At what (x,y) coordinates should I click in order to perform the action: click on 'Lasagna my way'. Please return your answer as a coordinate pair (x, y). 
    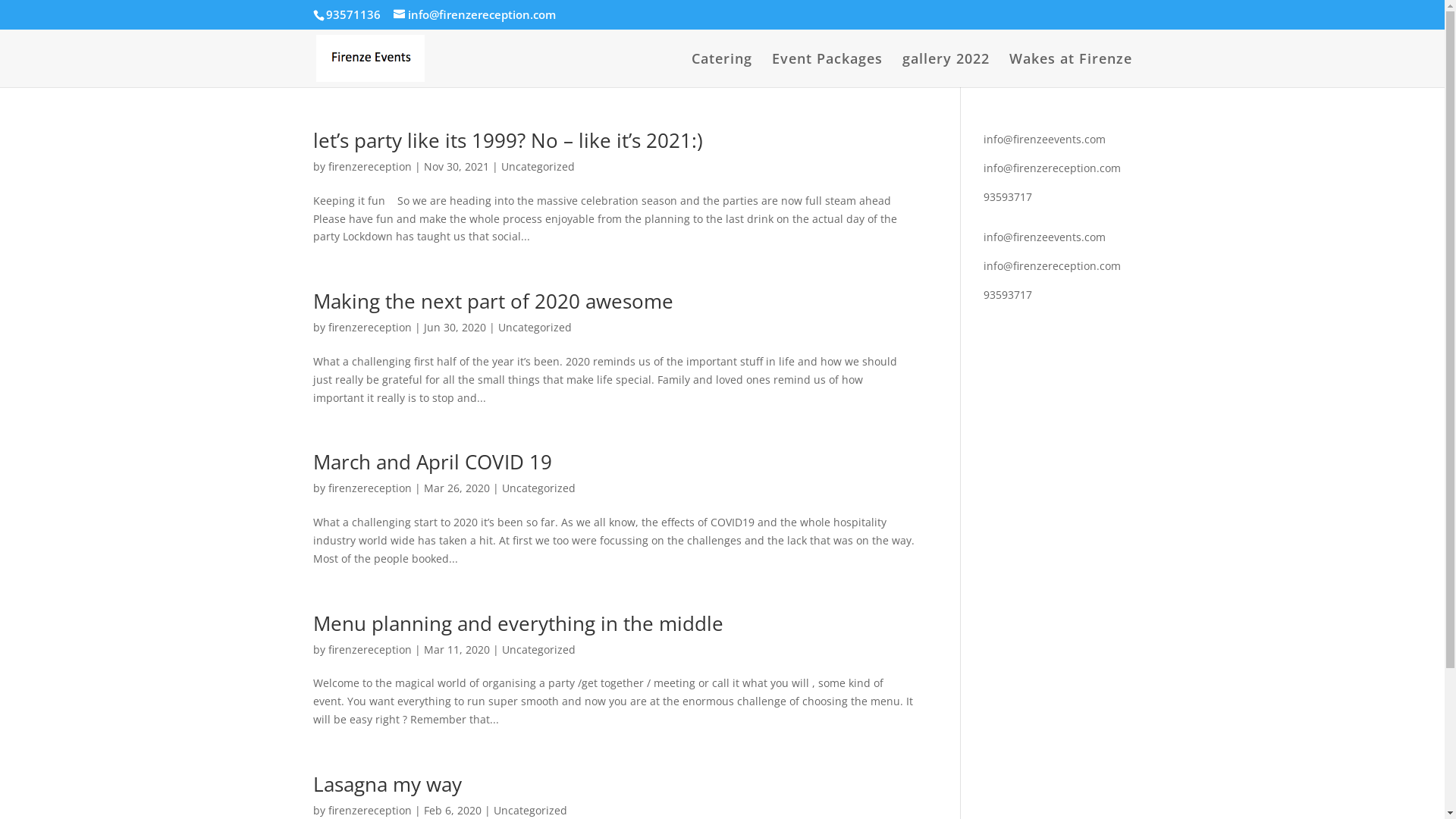
    Looking at the image, I should click on (386, 783).